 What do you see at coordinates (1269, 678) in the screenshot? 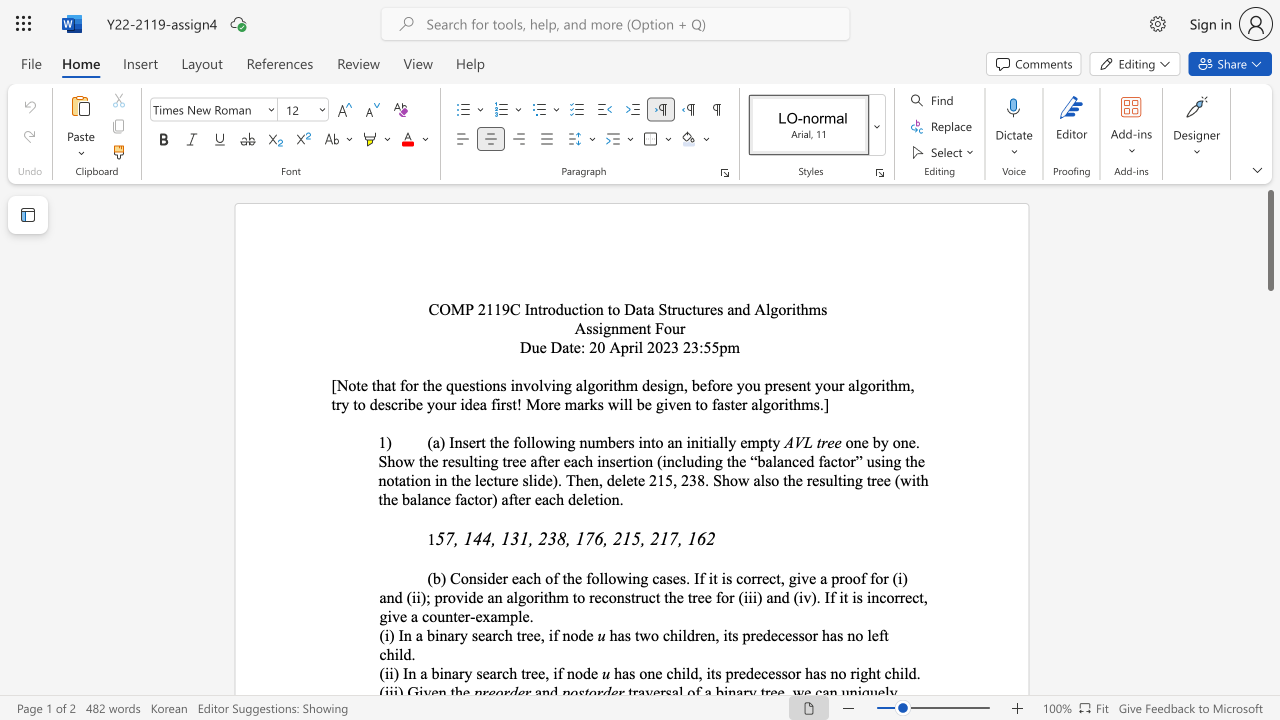
I see `the scrollbar on the right to move the page downward` at bounding box center [1269, 678].